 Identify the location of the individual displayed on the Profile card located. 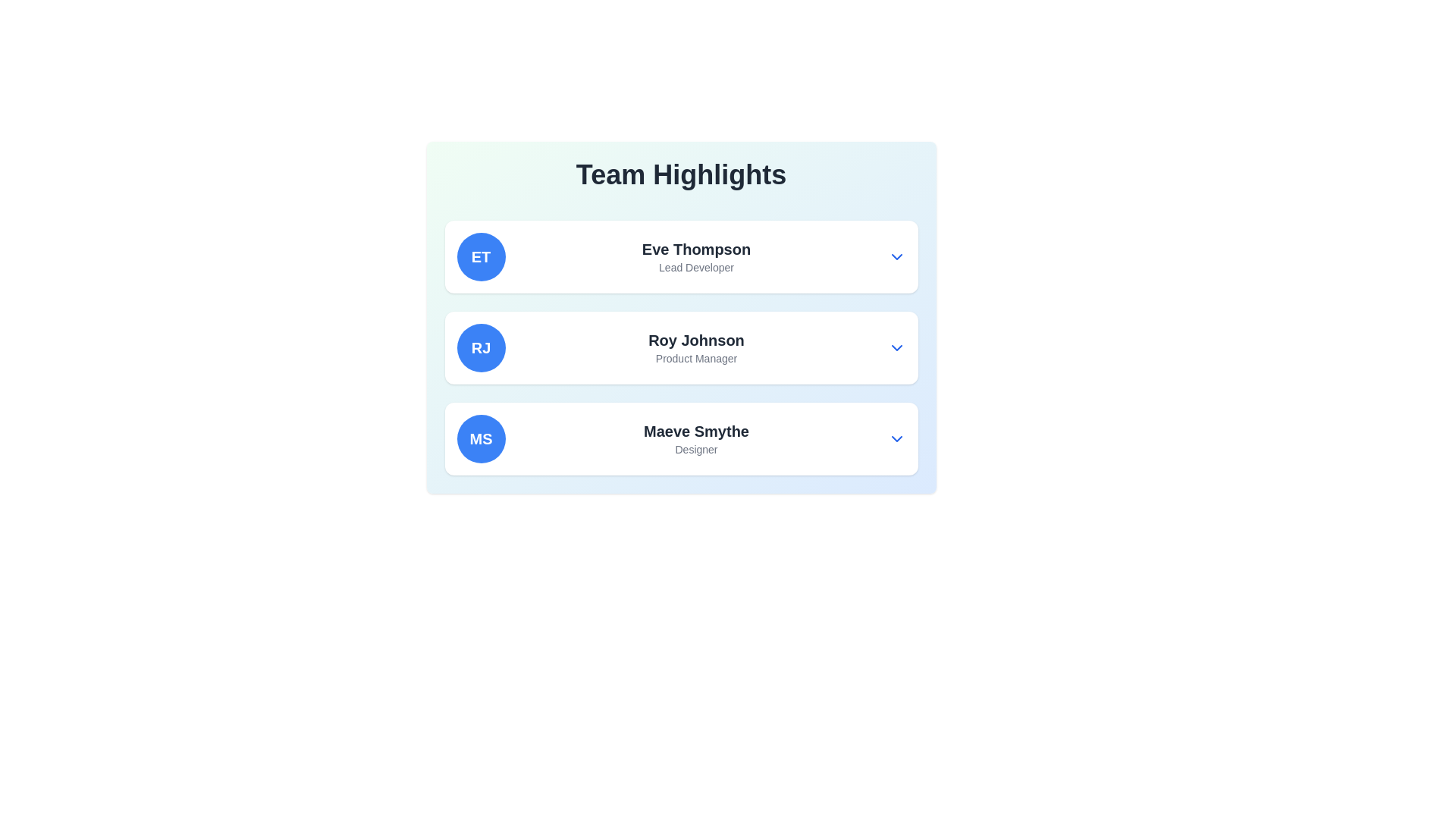
(680, 256).